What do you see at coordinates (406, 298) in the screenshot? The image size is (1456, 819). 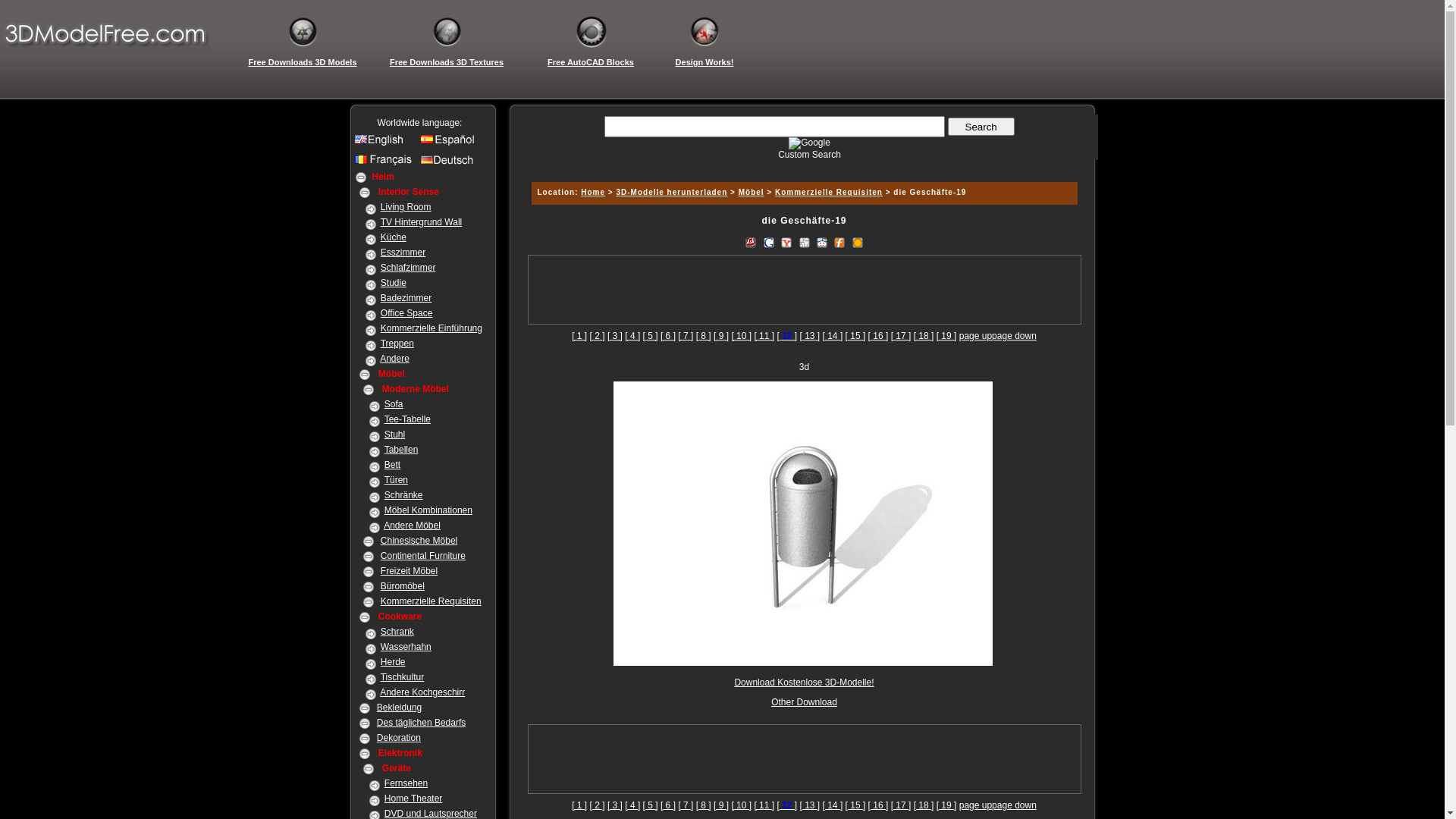 I see `'Badezimmer'` at bounding box center [406, 298].